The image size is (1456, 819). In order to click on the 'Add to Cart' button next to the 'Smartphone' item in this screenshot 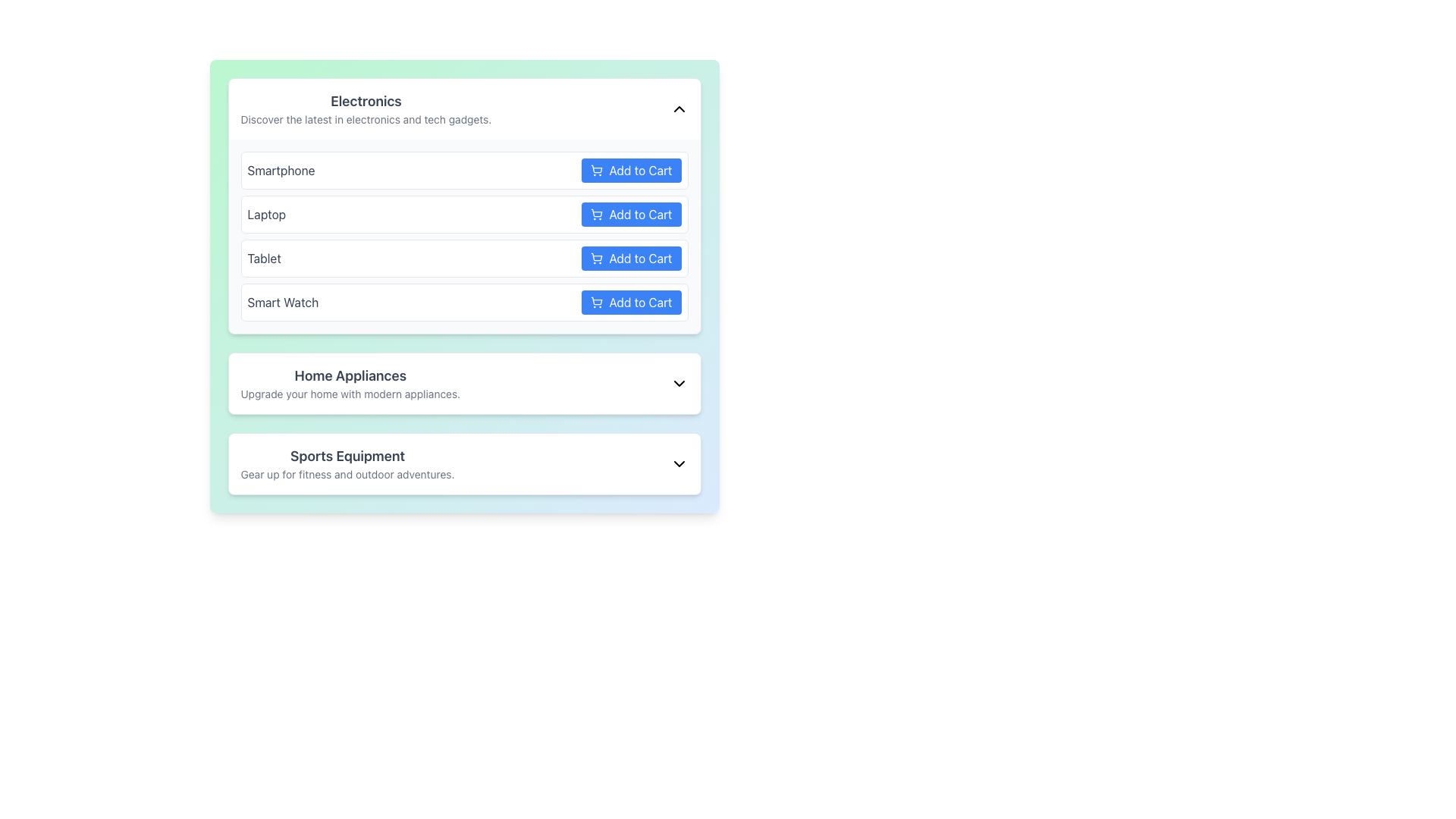, I will do `click(631, 170)`.